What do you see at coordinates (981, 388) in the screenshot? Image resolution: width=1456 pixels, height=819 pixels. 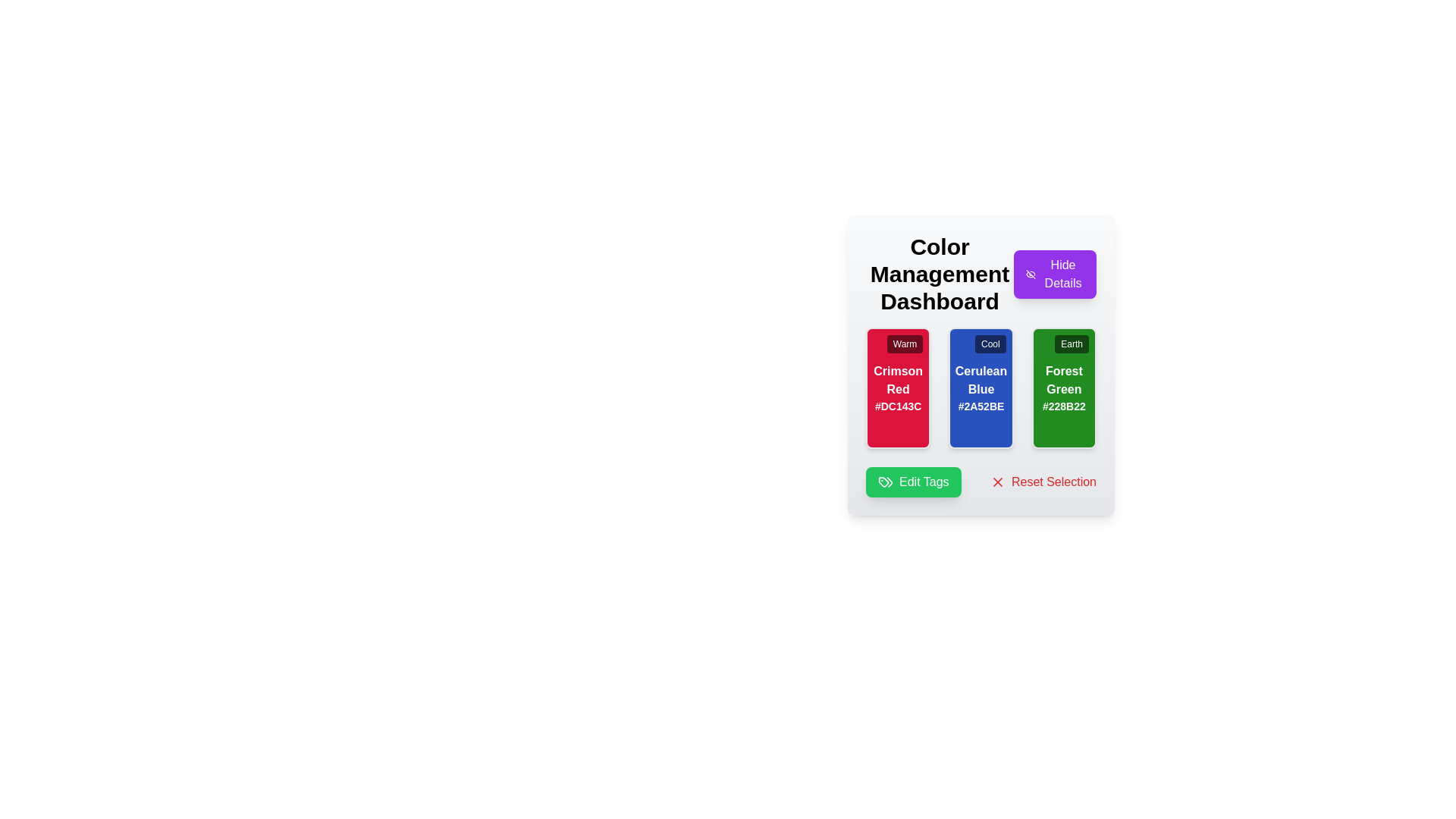 I see `the Cerulean Blue color swatch card, which is the middle card in a horizontal arrangement of three cards` at bounding box center [981, 388].